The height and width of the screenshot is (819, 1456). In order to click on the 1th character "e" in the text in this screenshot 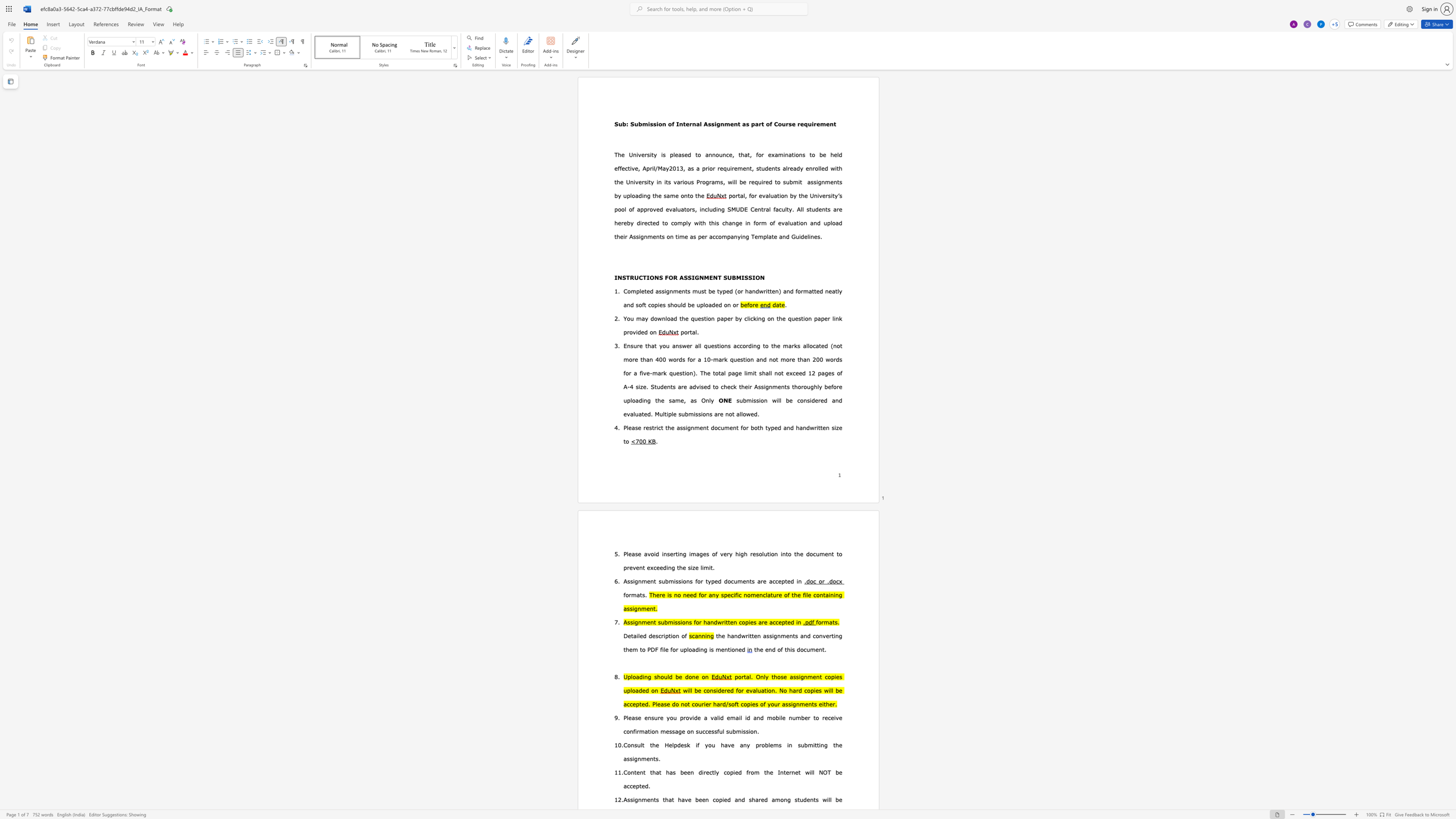, I will do `click(744, 181)`.